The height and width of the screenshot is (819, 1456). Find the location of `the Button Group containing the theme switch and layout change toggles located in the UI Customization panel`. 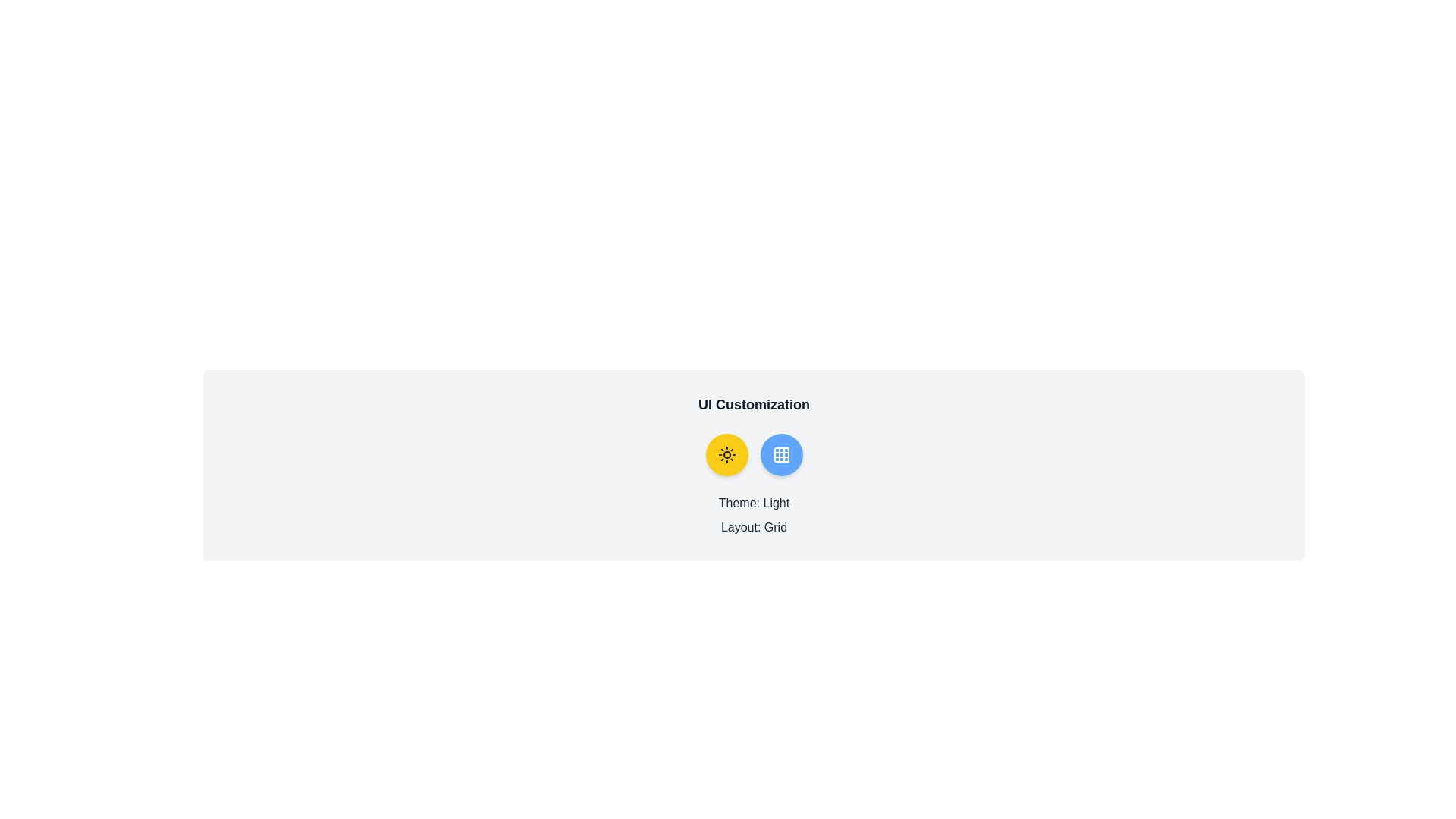

the Button Group containing the theme switch and layout change toggles located in the UI Customization panel is located at coordinates (754, 454).